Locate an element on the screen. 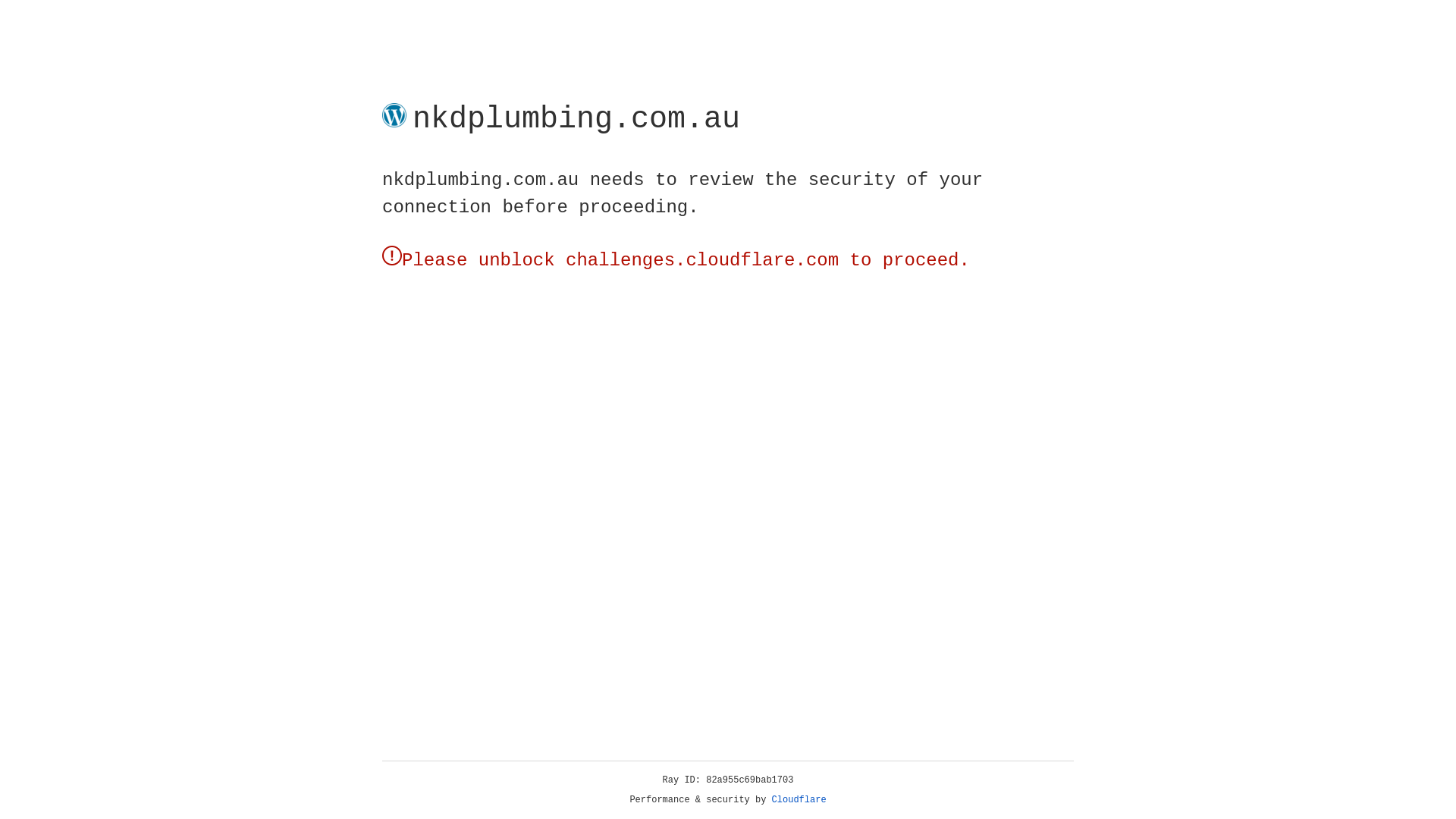  'Cloudflare' is located at coordinates (799, 799).